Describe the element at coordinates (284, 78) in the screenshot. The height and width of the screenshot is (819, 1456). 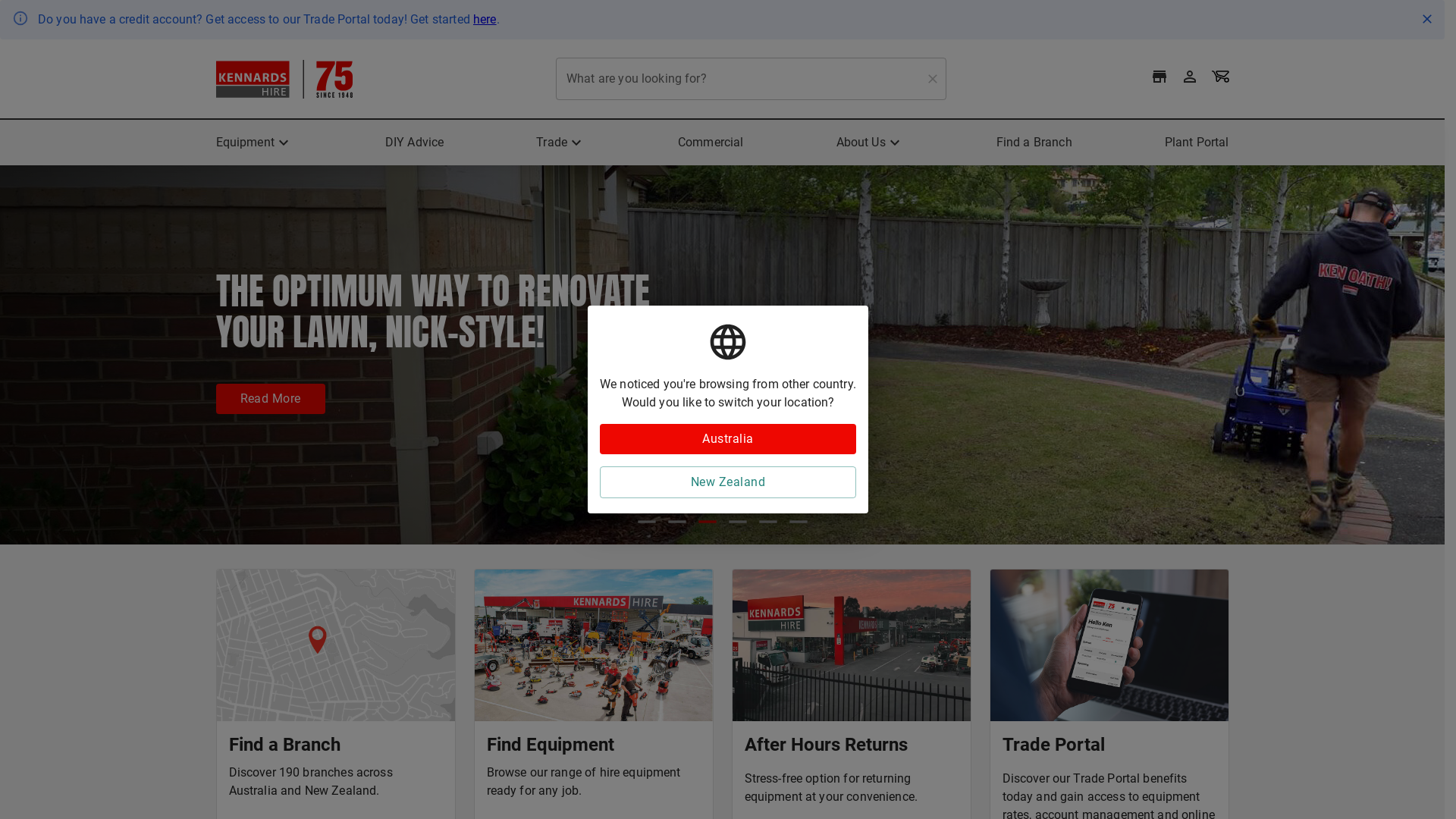
I see `'Kennards Hire - Hire or Rent Equipment, Tools & Supplies'` at that location.